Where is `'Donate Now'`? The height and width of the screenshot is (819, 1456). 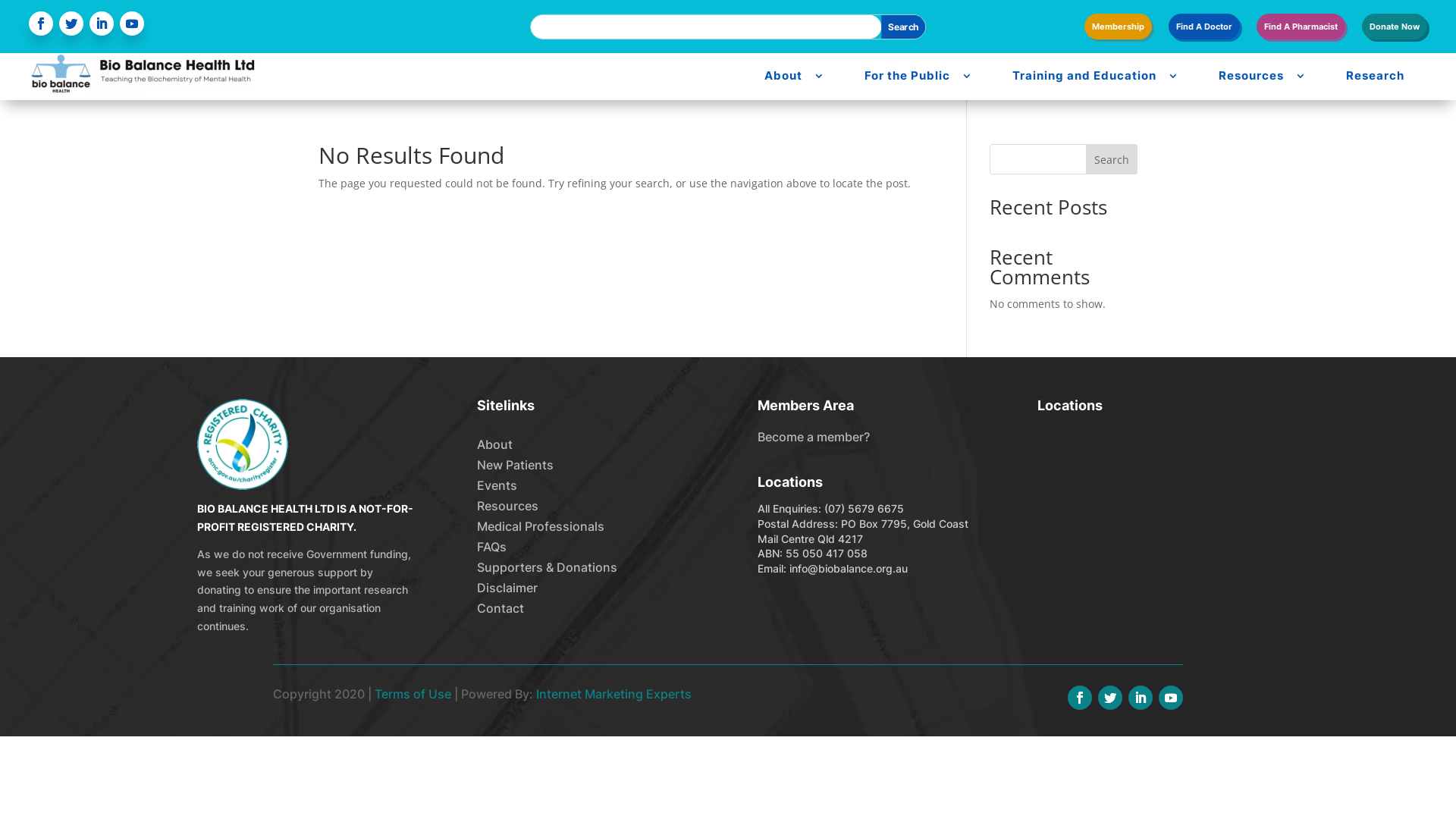 'Donate Now' is located at coordinates (1394, 29).